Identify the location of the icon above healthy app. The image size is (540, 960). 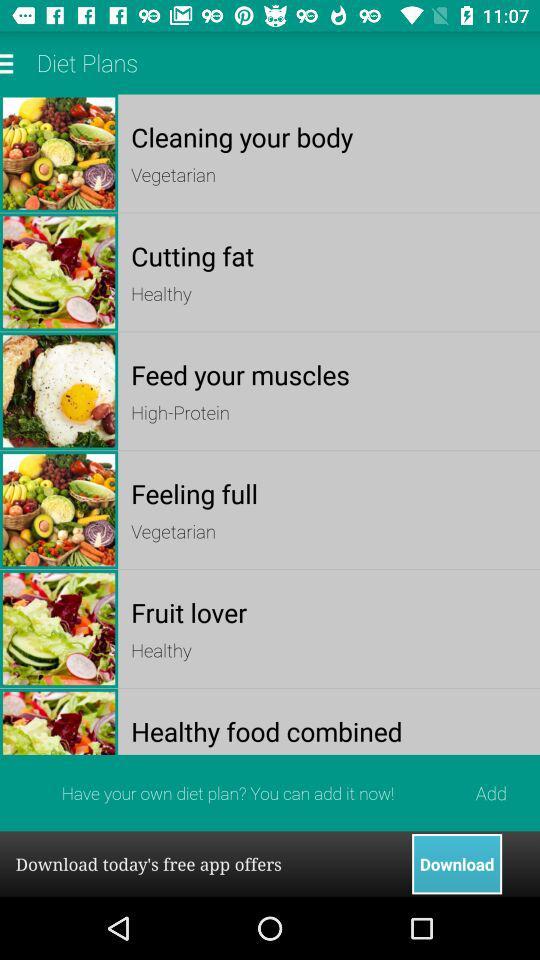
(329, 254).